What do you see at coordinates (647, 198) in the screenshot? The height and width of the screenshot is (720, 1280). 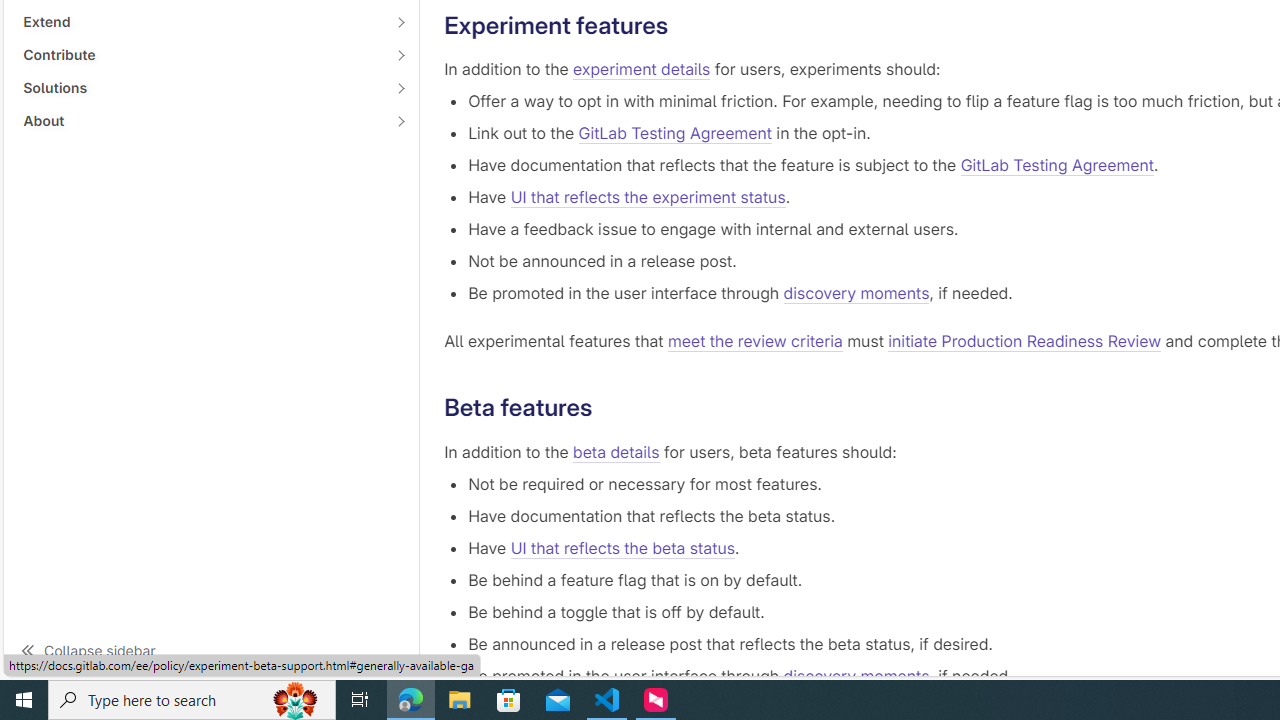 I see `'UI that reflects the experiment status'` at bounding box center [647, 198].